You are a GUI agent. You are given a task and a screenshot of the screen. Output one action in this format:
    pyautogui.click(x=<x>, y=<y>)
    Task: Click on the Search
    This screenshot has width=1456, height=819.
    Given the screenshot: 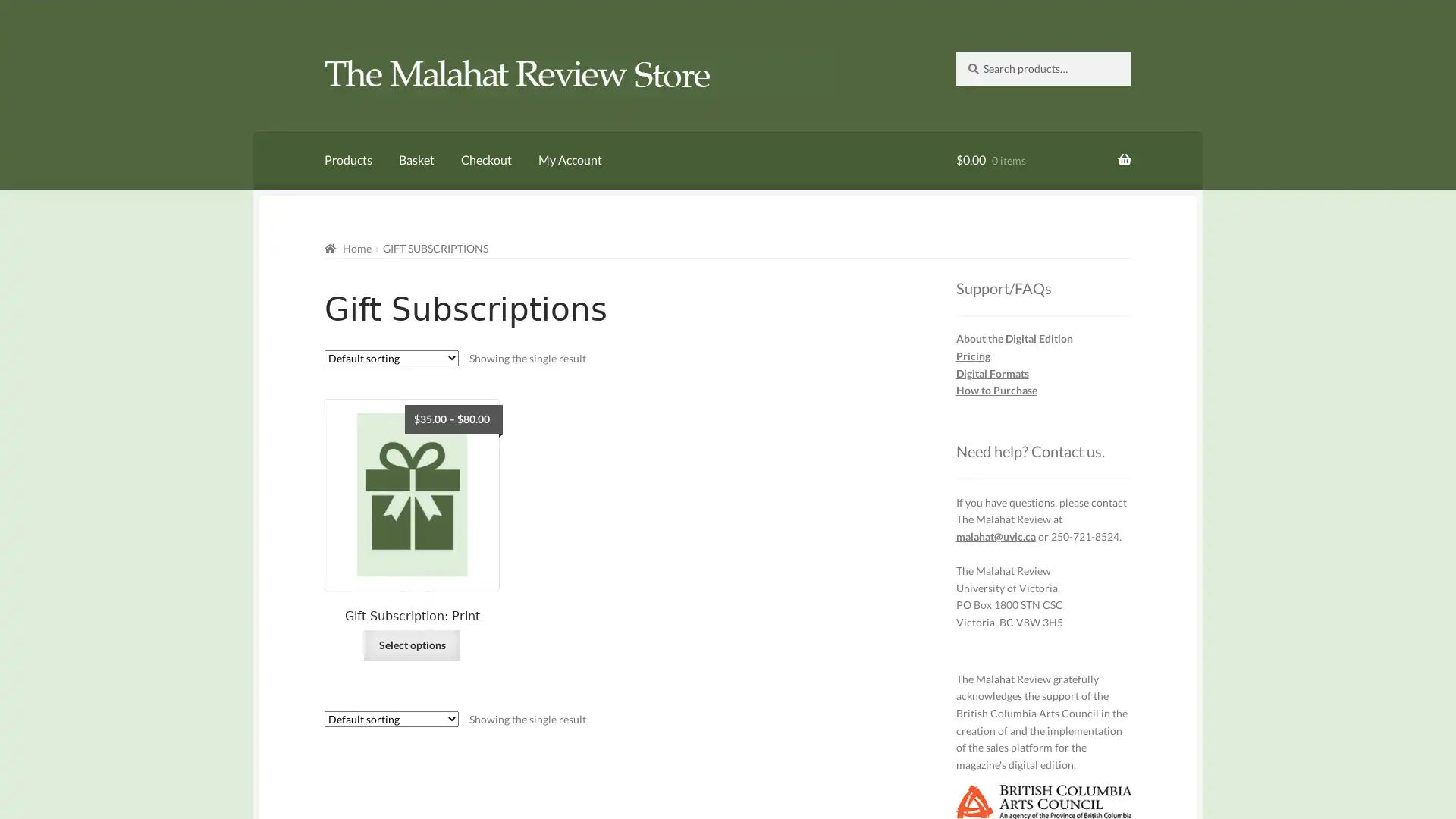 What is the action you would take?
    pyautogui.click(x=954, y=49)
    